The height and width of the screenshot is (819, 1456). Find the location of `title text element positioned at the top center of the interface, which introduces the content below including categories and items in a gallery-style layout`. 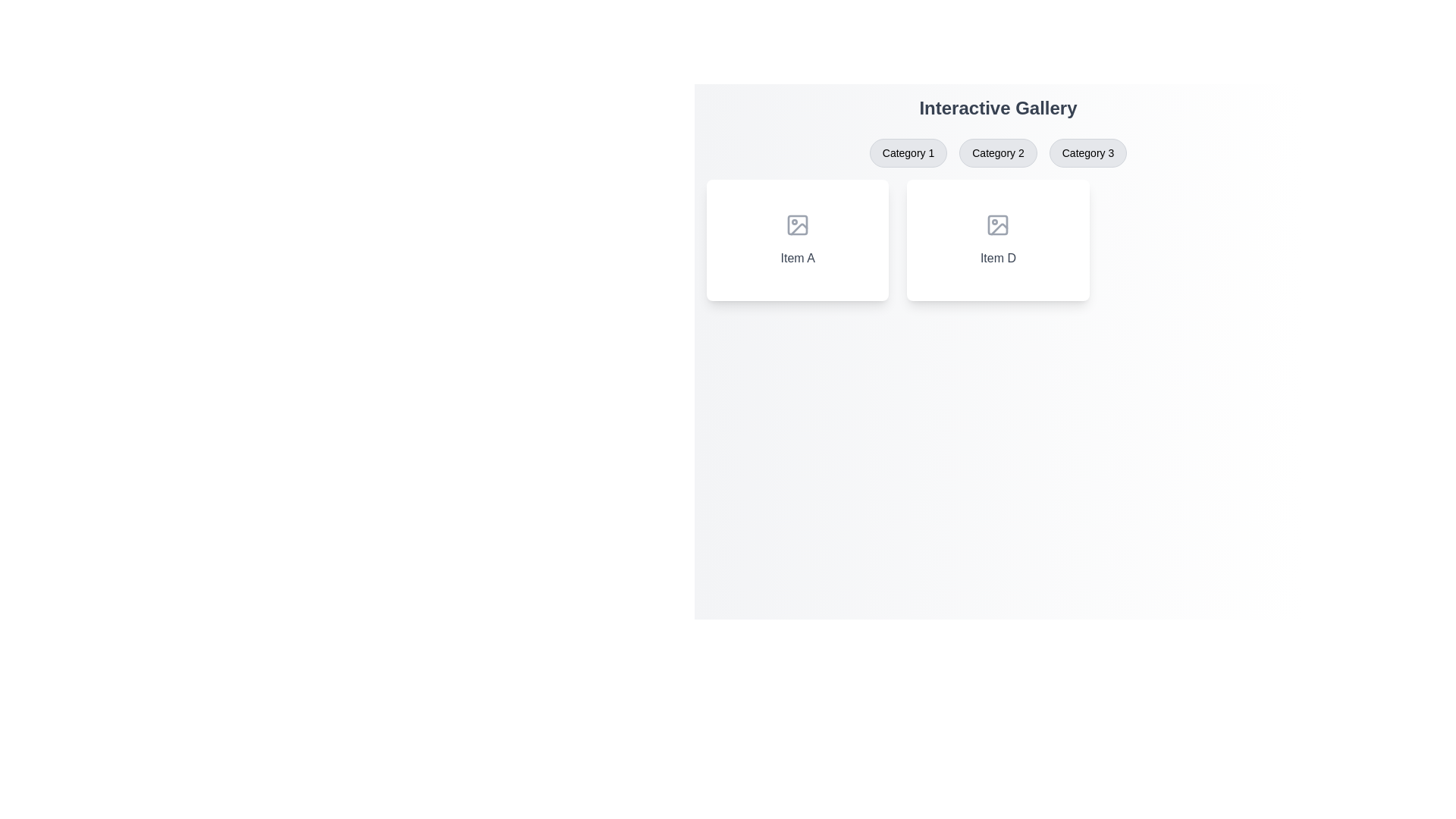

title text element positioned at the top center of the interface, which introduces the content below including categories and items in a gallery-style layout is located at coordinates (998, 107).